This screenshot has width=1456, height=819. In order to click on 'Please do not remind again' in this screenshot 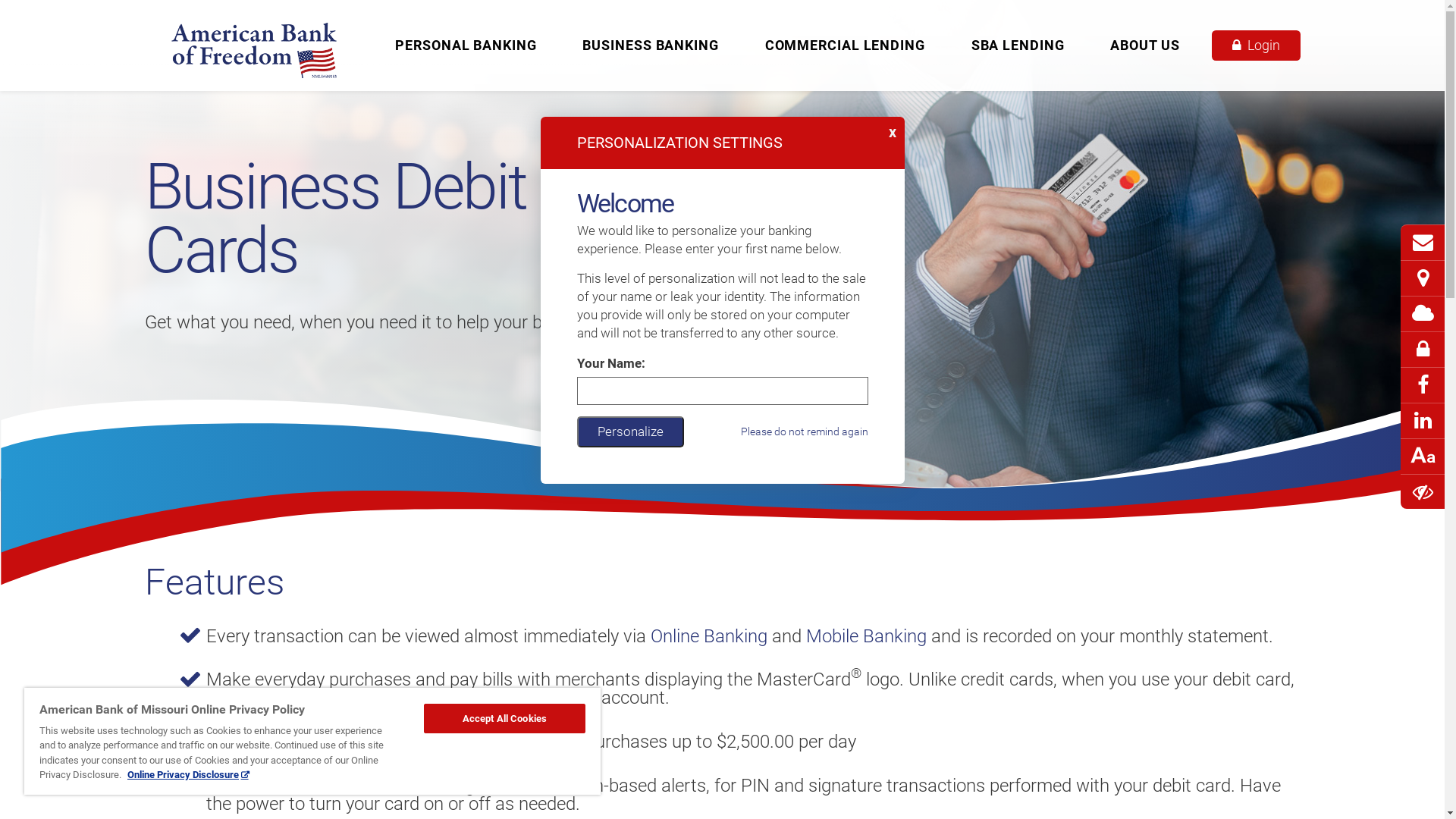, I will do `click(803, 431)`.